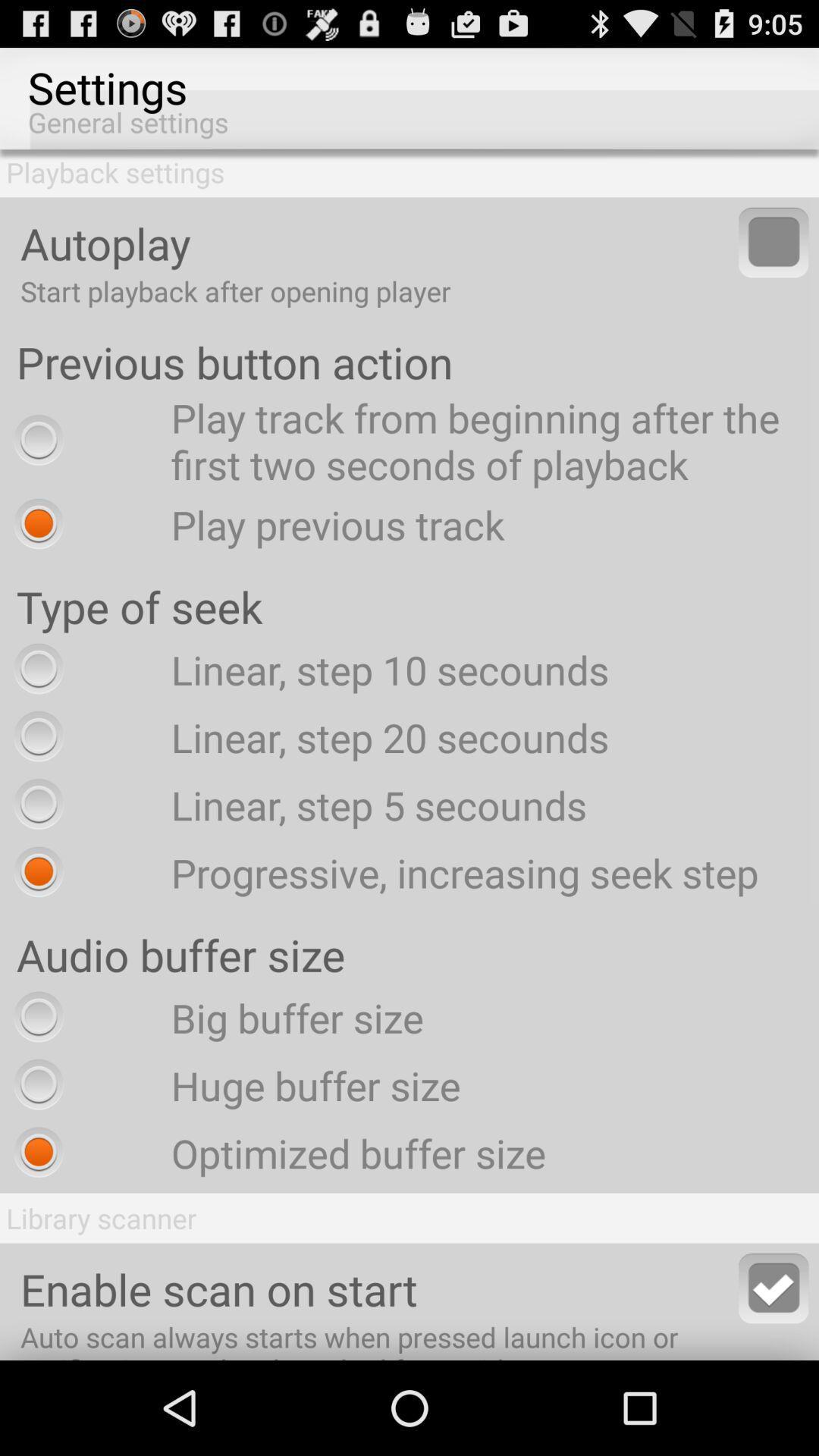  I want to click on autoplay switch, so click(773, 241).